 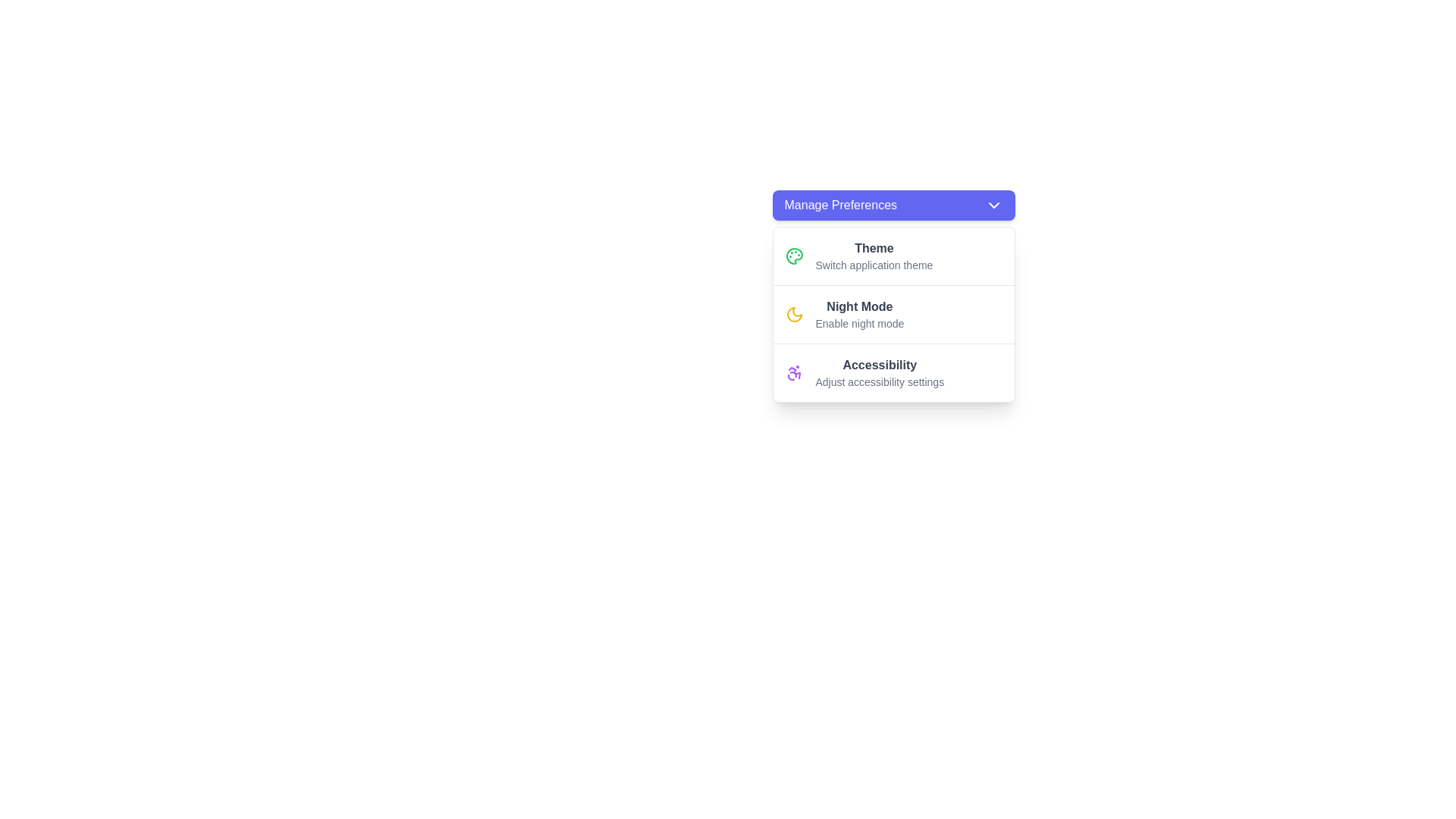 I want to click on the moon-shaped icon styled with yellow color located in the list item labeled 'Night Mode - Enable night mode' within the dropdown menu under 'Manage Preferences', so click(x=793, y=314).